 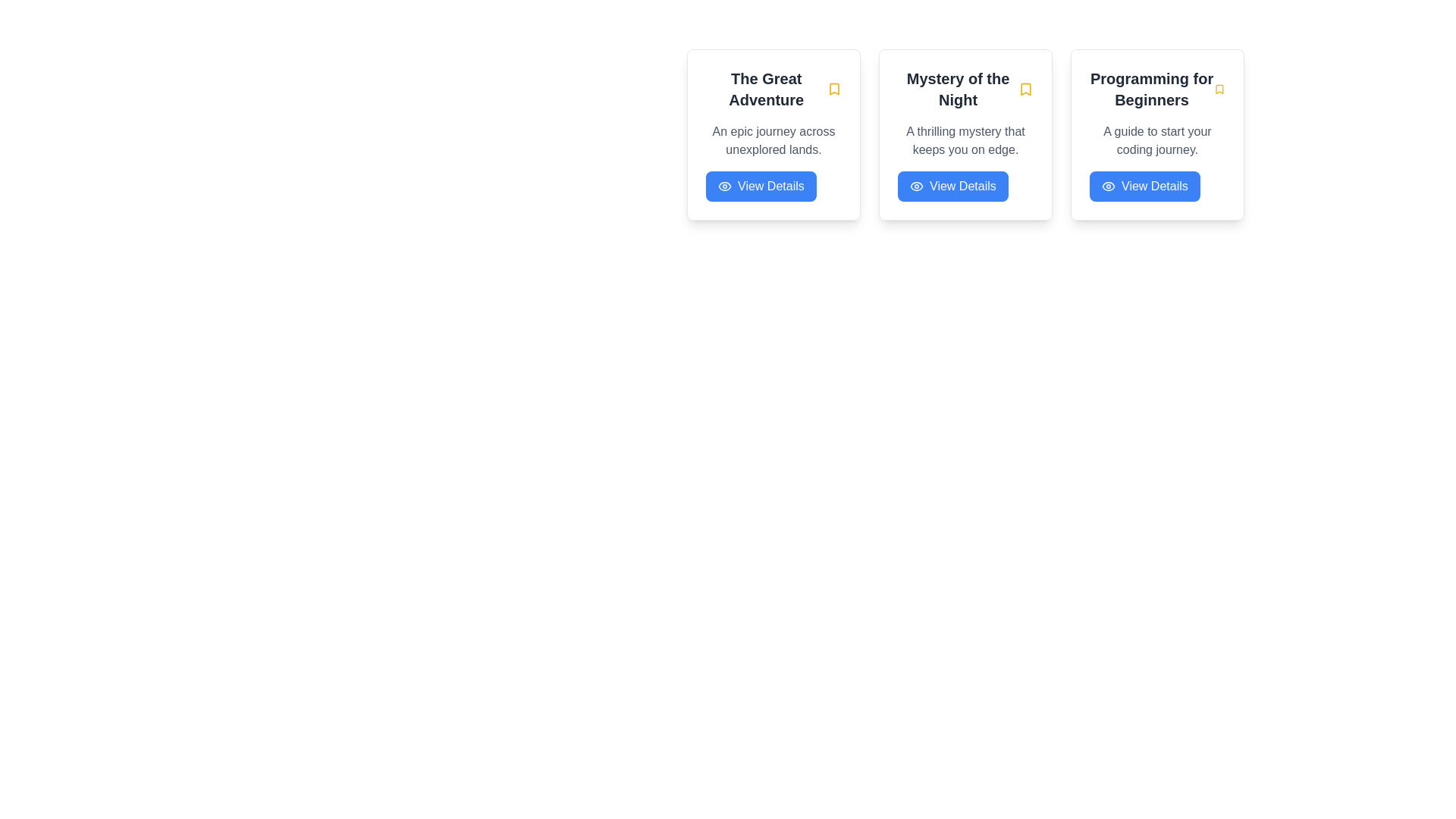 I want to click on the bold, large-sized, dark-gray text label reading 'Mystery of the Night', located at the top-center of the card, so click(x=957, y=89).